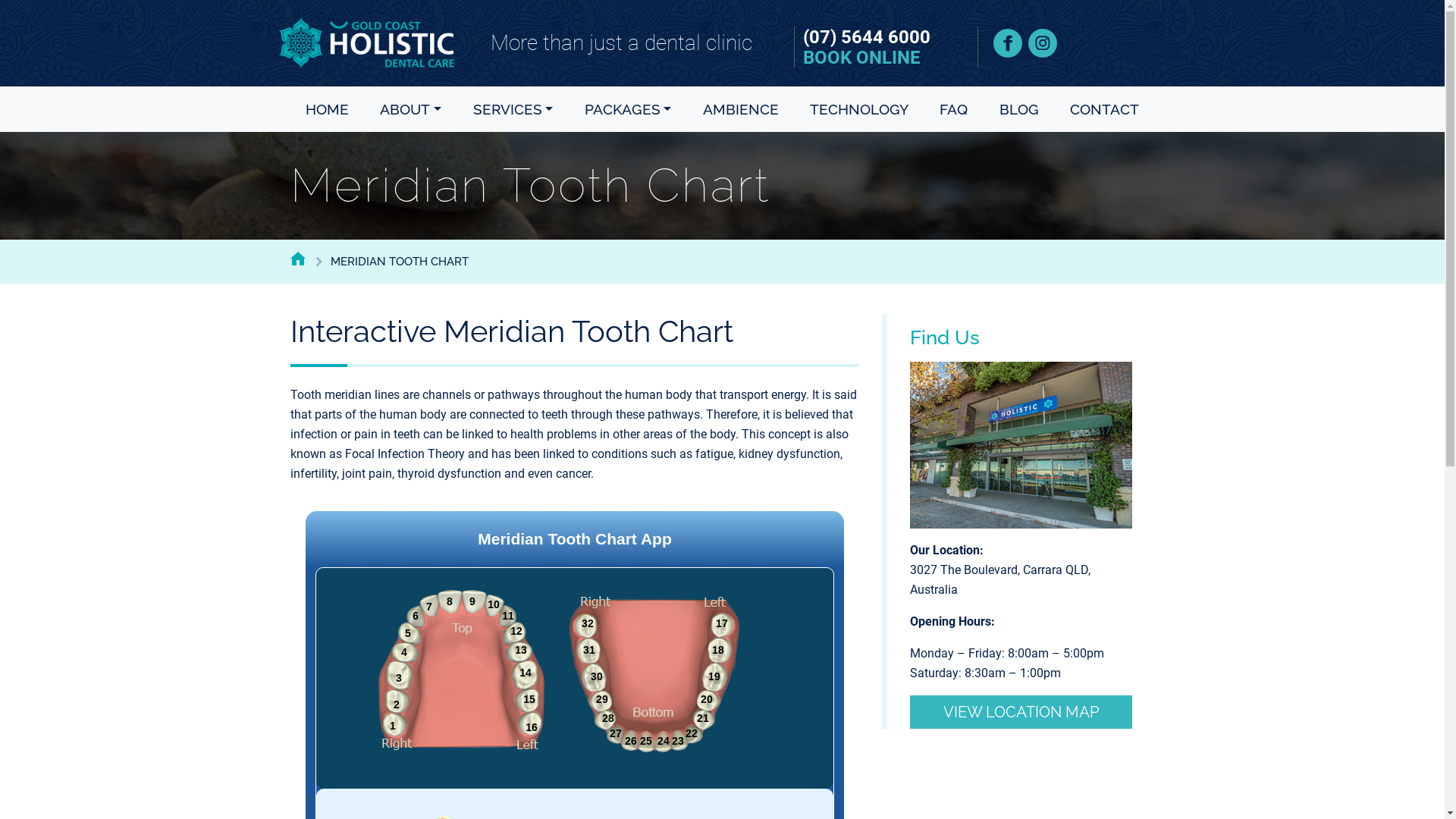  What do you see at coordinates (793, 36) in the screenshot?
I see `'(07) 5644 6000'` at bounding box center [793, 36].